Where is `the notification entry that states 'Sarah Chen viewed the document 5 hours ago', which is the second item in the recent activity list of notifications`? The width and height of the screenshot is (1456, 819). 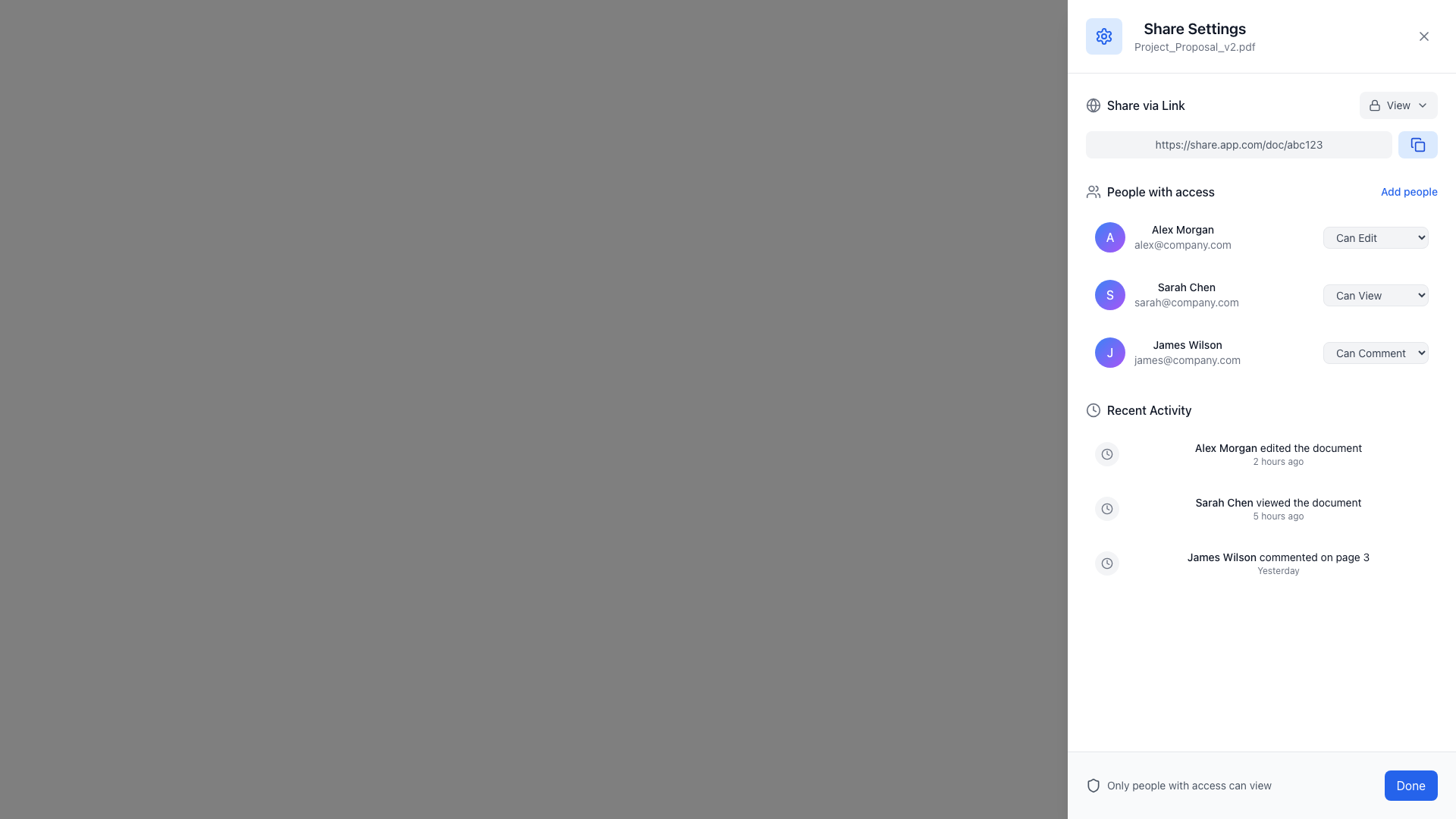
the notification entry that states 'Sarah Chen viewed the document 5 hours ago', which is the second item in the recent activity list of notifications is located at coordinates (1262, 509).